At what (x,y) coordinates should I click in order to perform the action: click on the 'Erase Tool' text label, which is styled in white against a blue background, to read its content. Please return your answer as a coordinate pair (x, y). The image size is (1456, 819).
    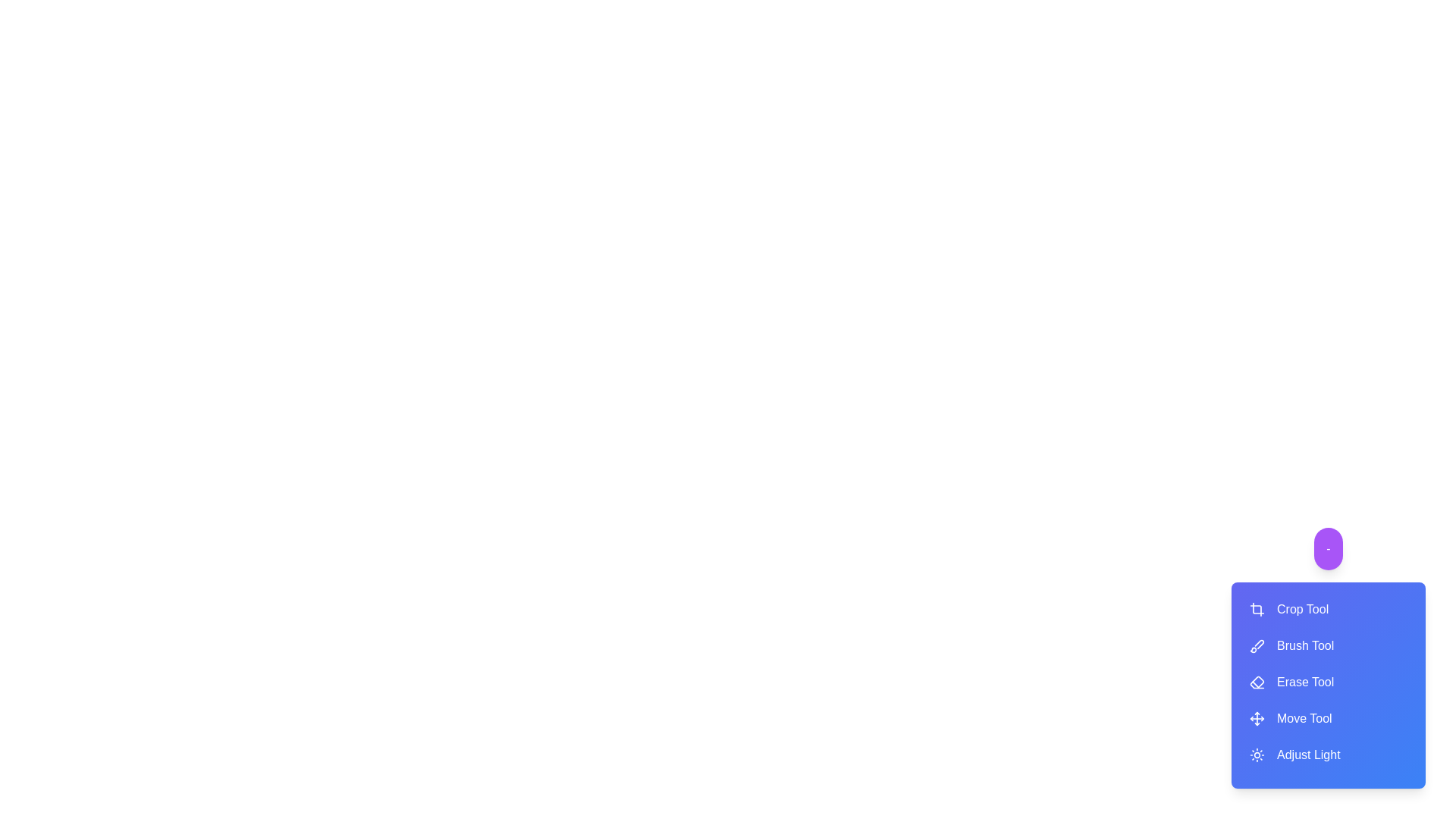
    Looking at the image, I should click on (1304, 681).